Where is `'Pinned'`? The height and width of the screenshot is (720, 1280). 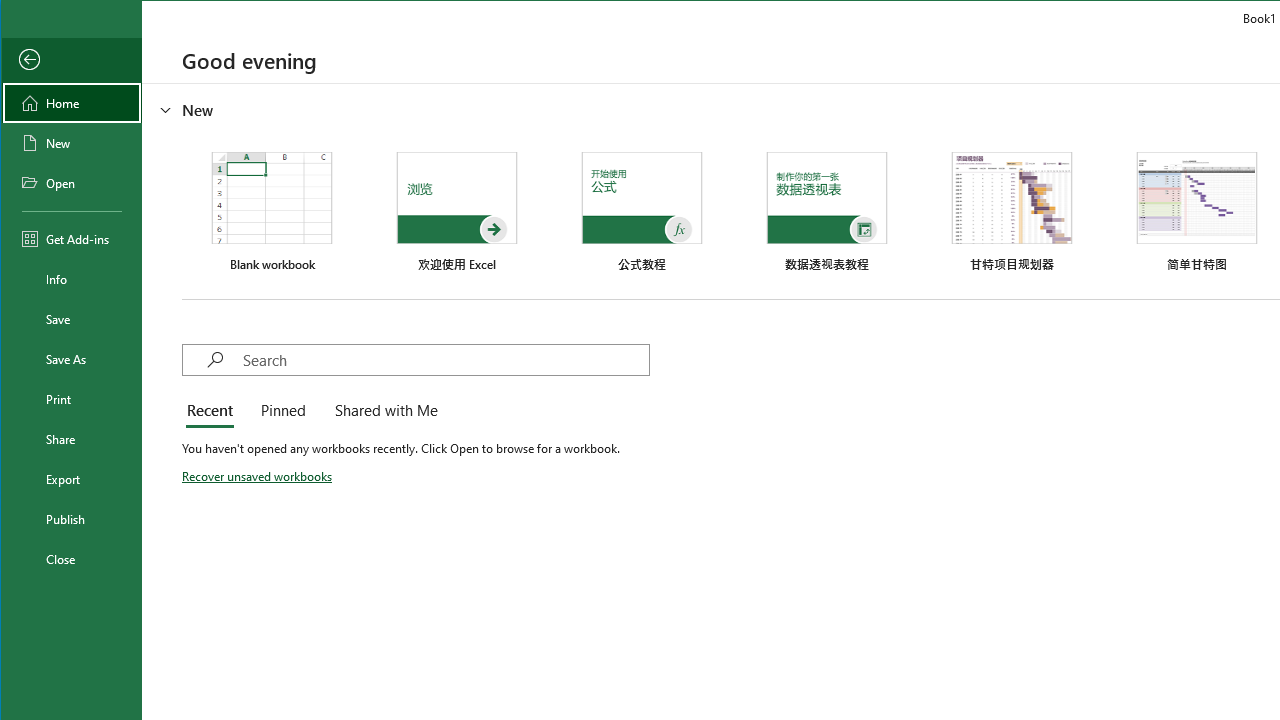
'Pinned' is located at coordinates (281, 410).